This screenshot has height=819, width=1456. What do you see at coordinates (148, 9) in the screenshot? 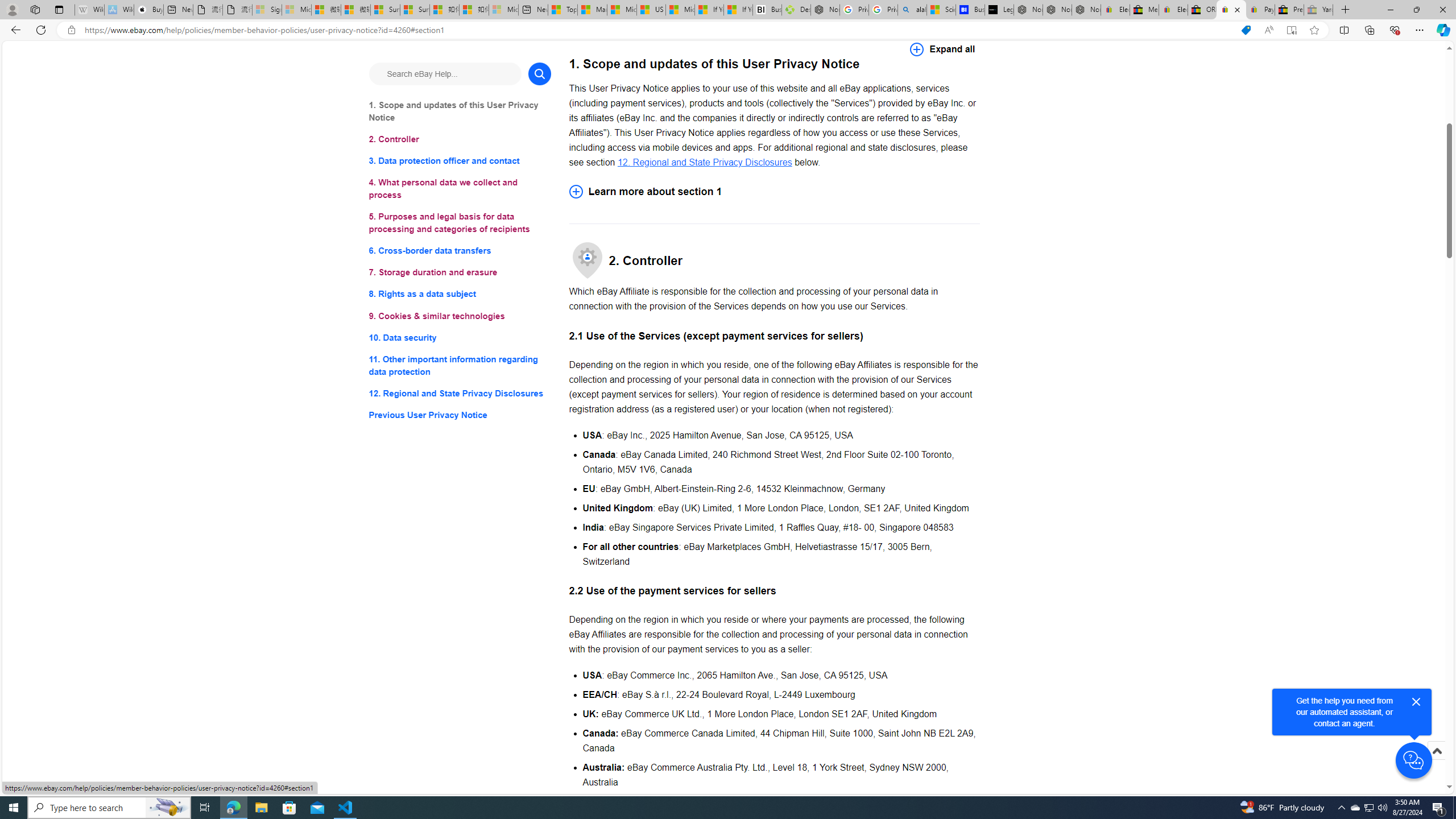
I see `'Buy iPad - Apple'` at bounding box center [148, 9].